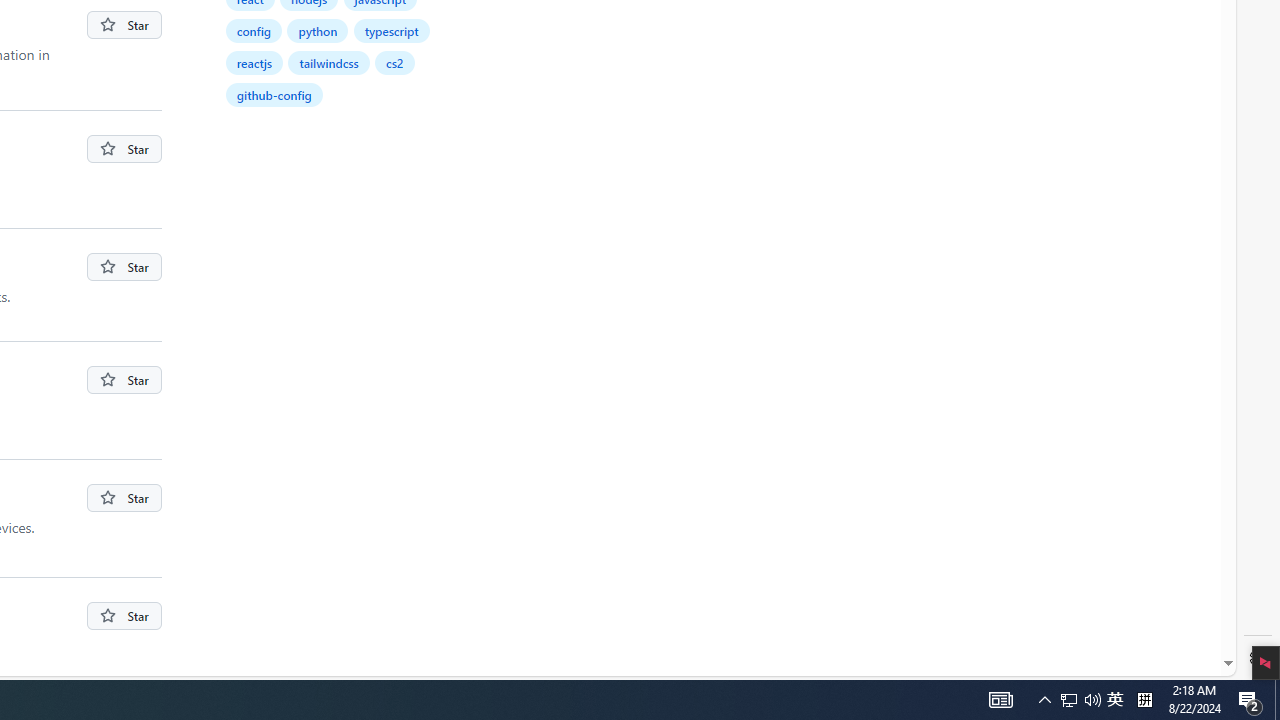 This screenshot has width=1280, height=720. I want to click on 'tailwindcss', so click(330, 61).